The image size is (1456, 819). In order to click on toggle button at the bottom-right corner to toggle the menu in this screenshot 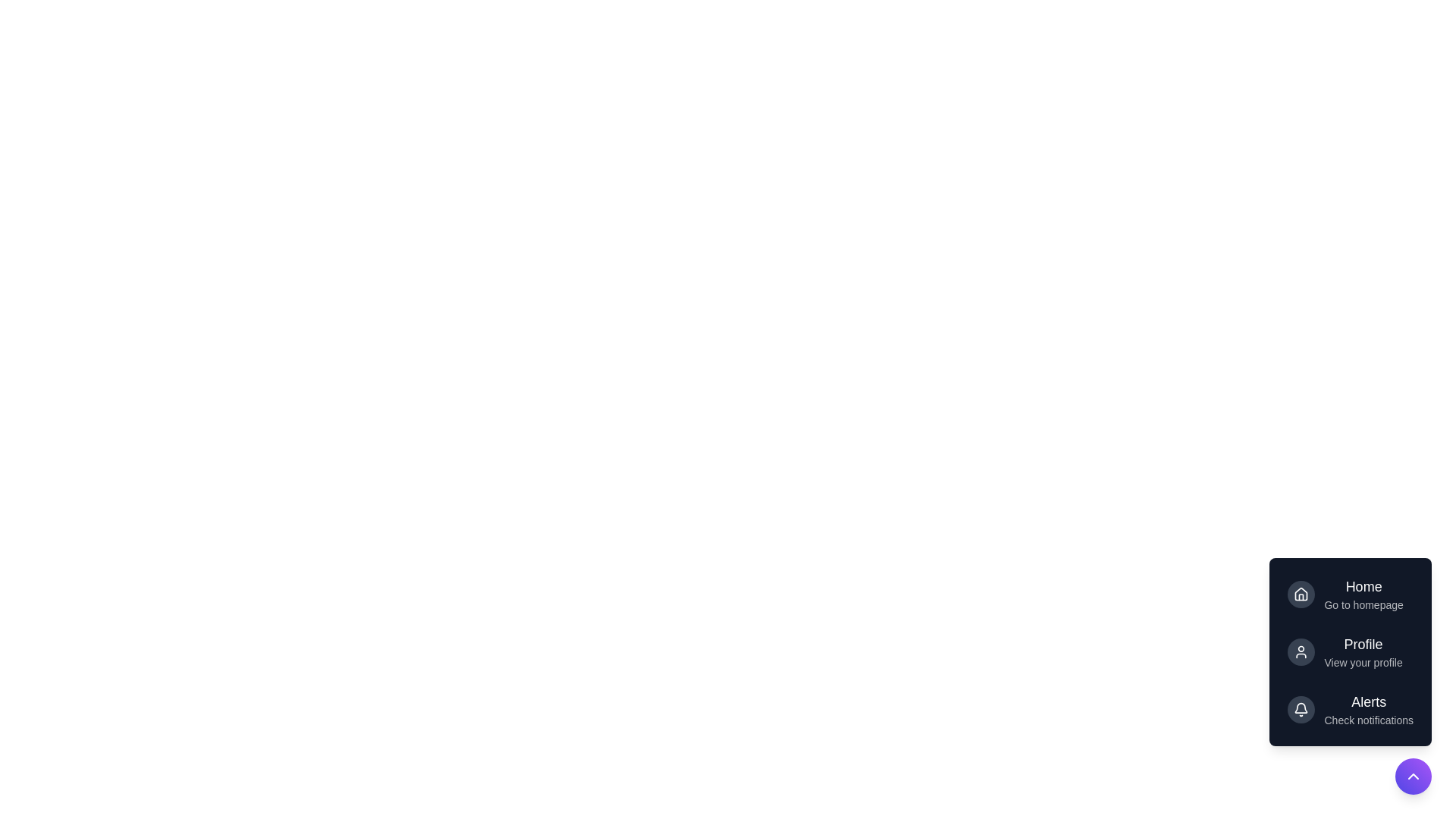, I will do `click(1412, 776)`.